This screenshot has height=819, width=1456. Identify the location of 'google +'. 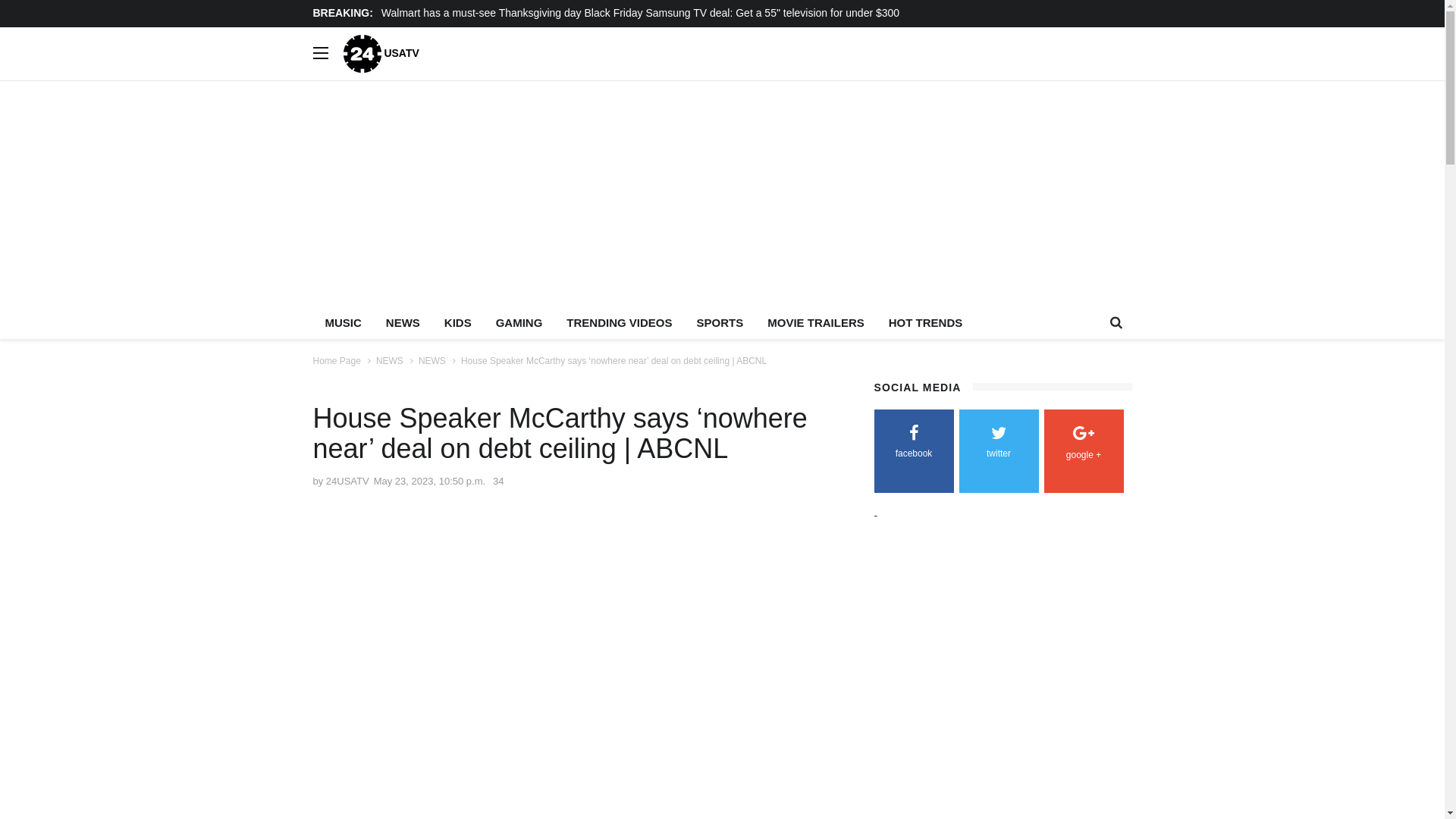
(1082, 444).